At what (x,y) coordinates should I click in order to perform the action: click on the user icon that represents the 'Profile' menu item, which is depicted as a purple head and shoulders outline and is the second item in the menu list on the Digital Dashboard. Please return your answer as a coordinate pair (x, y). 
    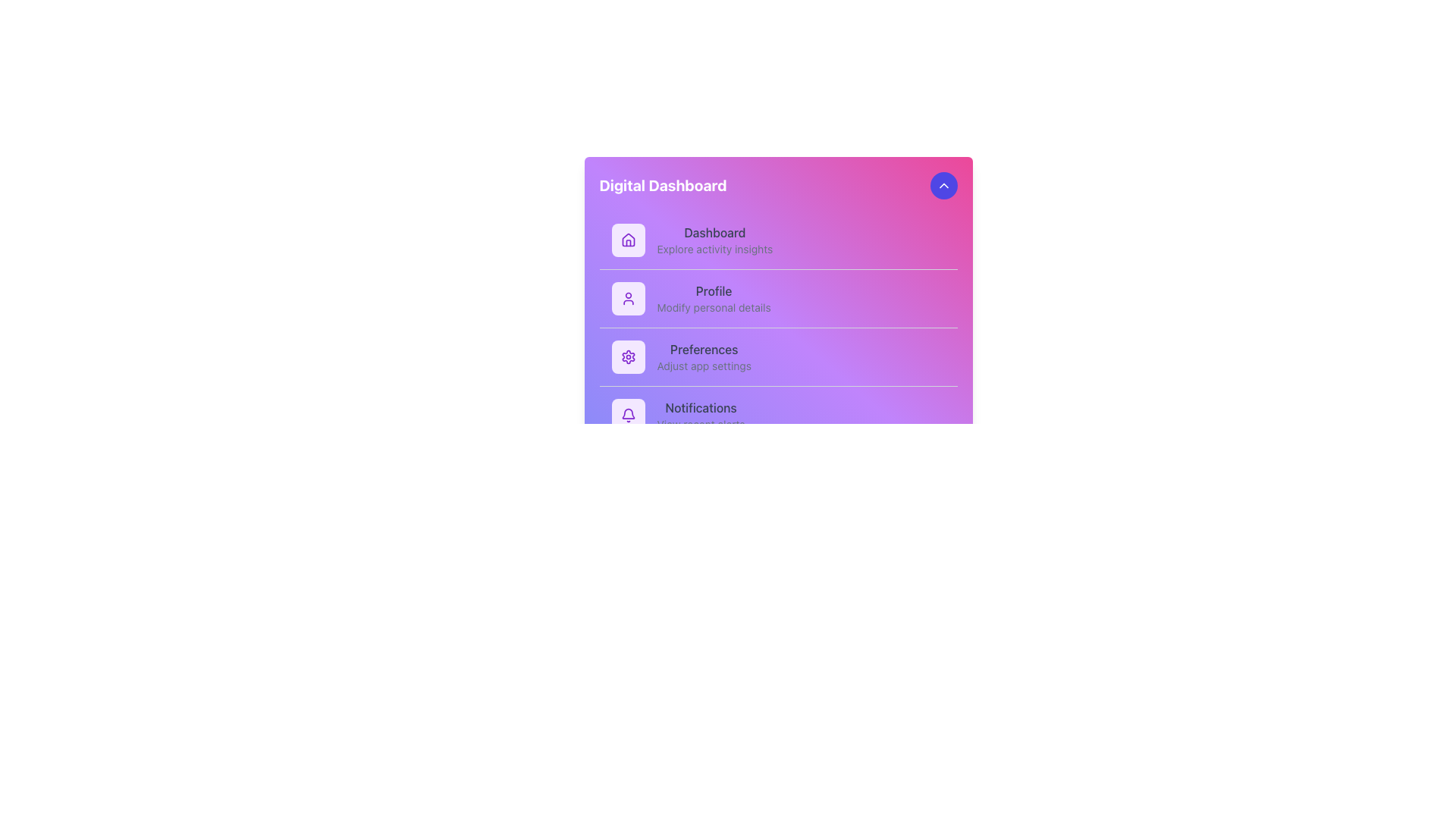
    Looking at the image, I should click on (628, 298).